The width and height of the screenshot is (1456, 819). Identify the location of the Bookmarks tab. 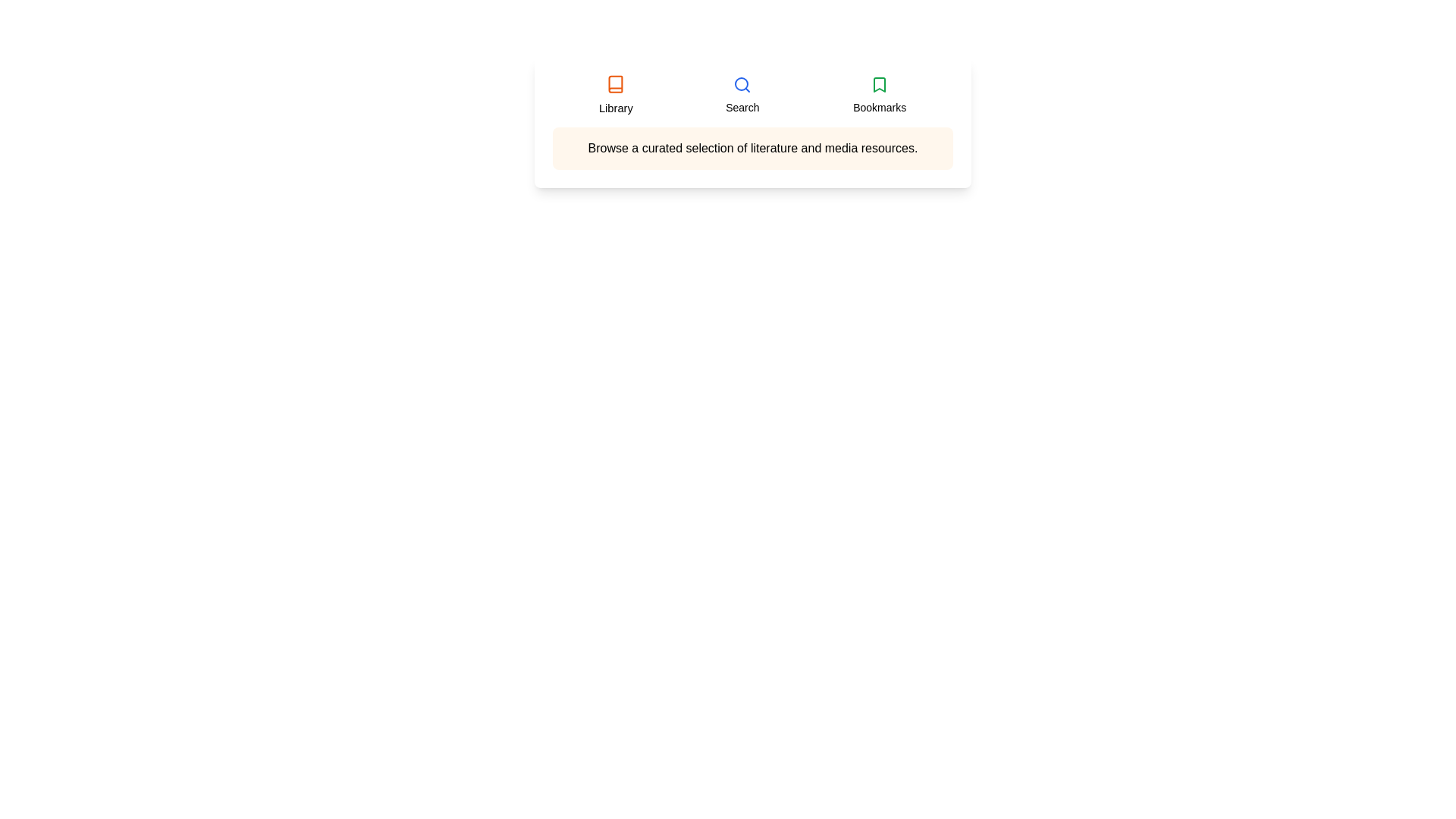
(880, 96).